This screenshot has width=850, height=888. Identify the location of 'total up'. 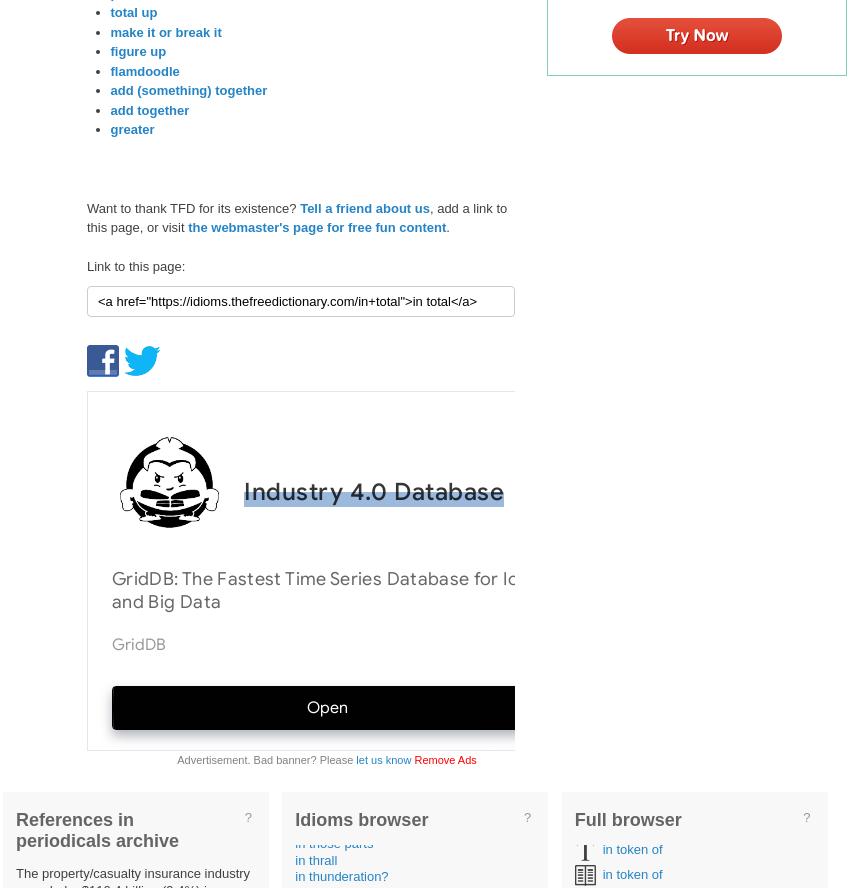
(133, 12).